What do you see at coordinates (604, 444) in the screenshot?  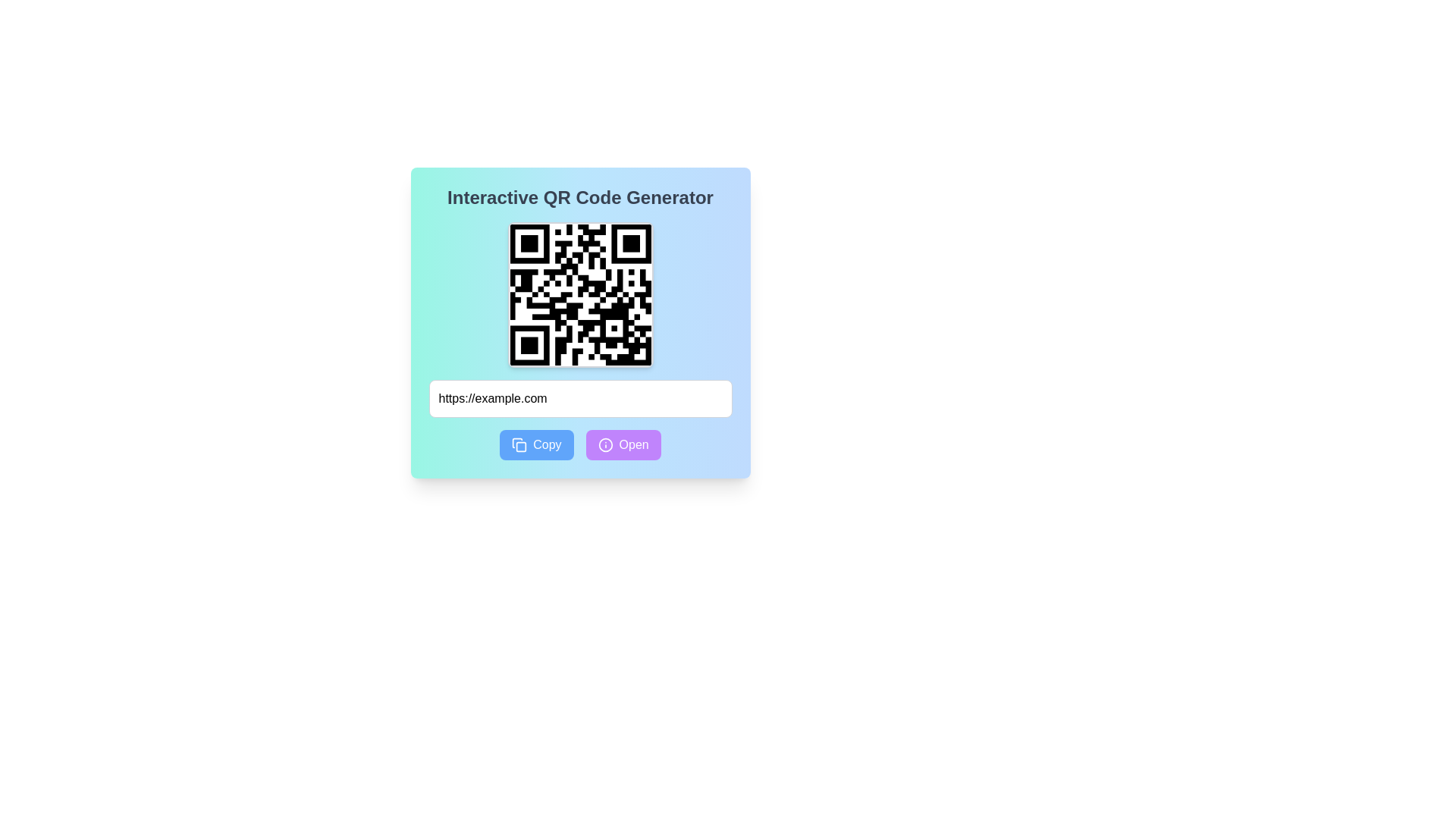 I see `the information icon located to the left of the 'Open' button text label, which is styled as a minimalist information symbol with a circle, vertical line, and dot above it` at bounding box center [604, 444].